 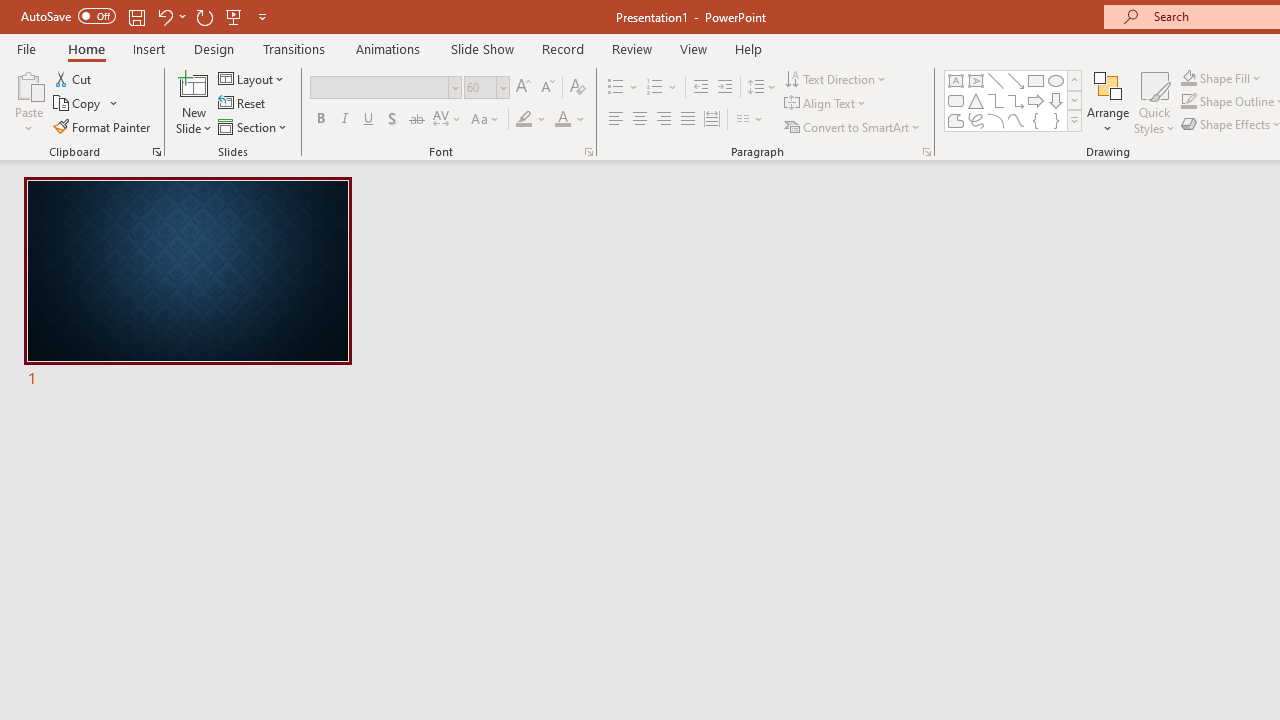 What do you see at coordinates (569, 119) in the screenshot?
I see `'Font Color'` at bounding box center [569, 119].